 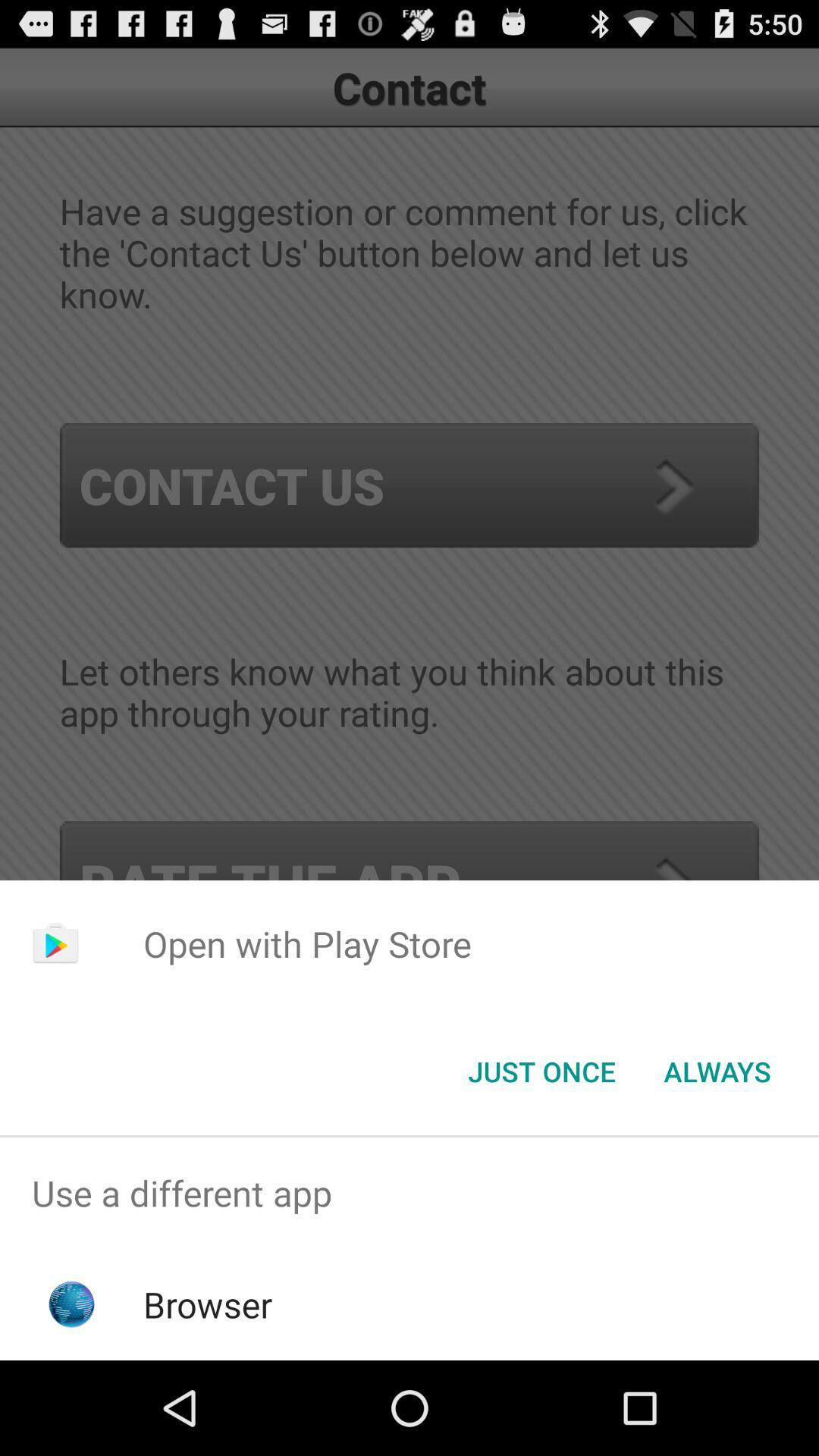 What do you see at coordinates (717, 1070) in the screenshot?
I see `the icon to the right of the just once icon` at bounding box center [717, 1070].